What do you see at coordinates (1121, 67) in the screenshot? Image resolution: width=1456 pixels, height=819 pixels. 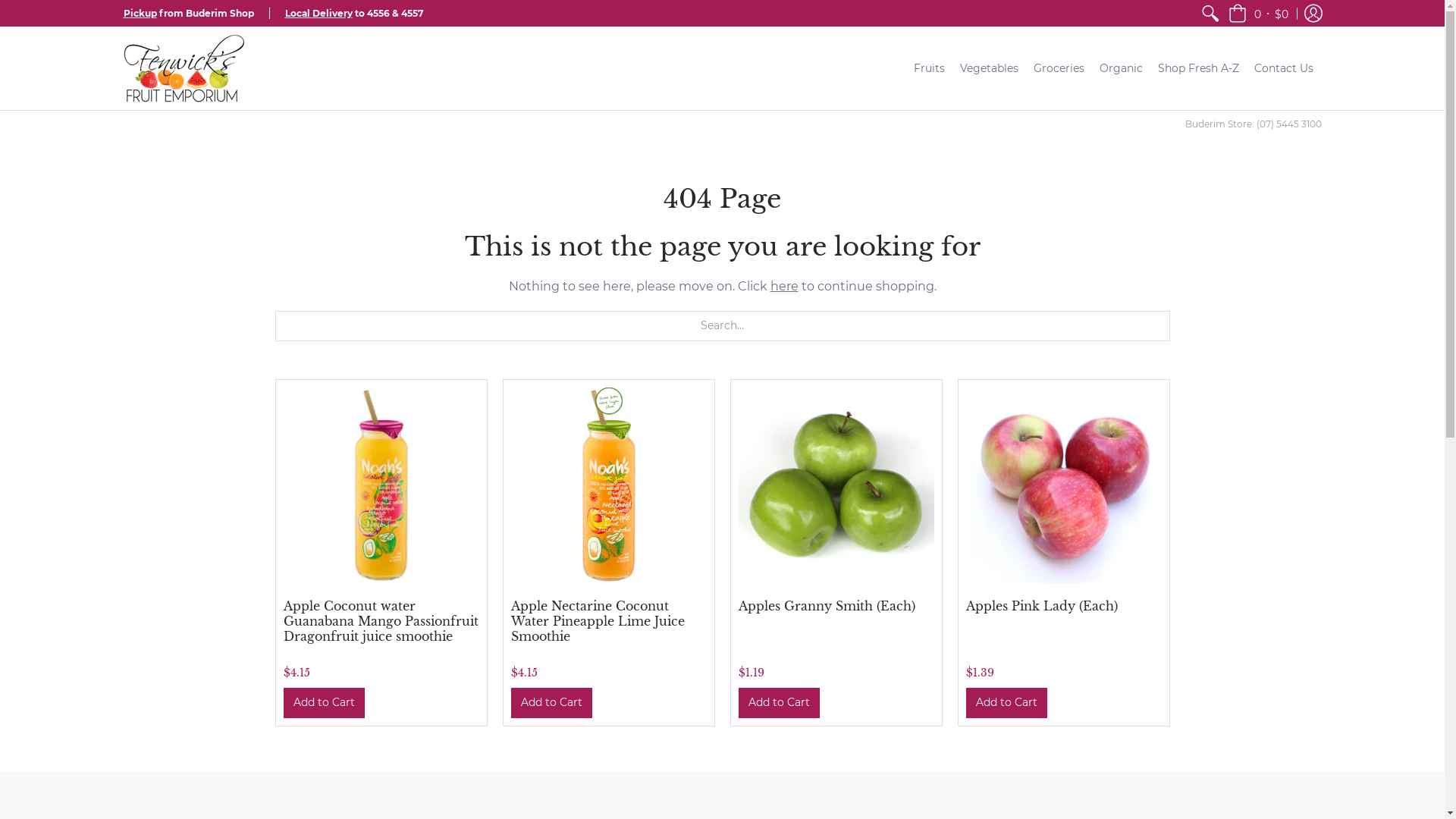 I see `'Organic'` at bounding box center [1121, 67].